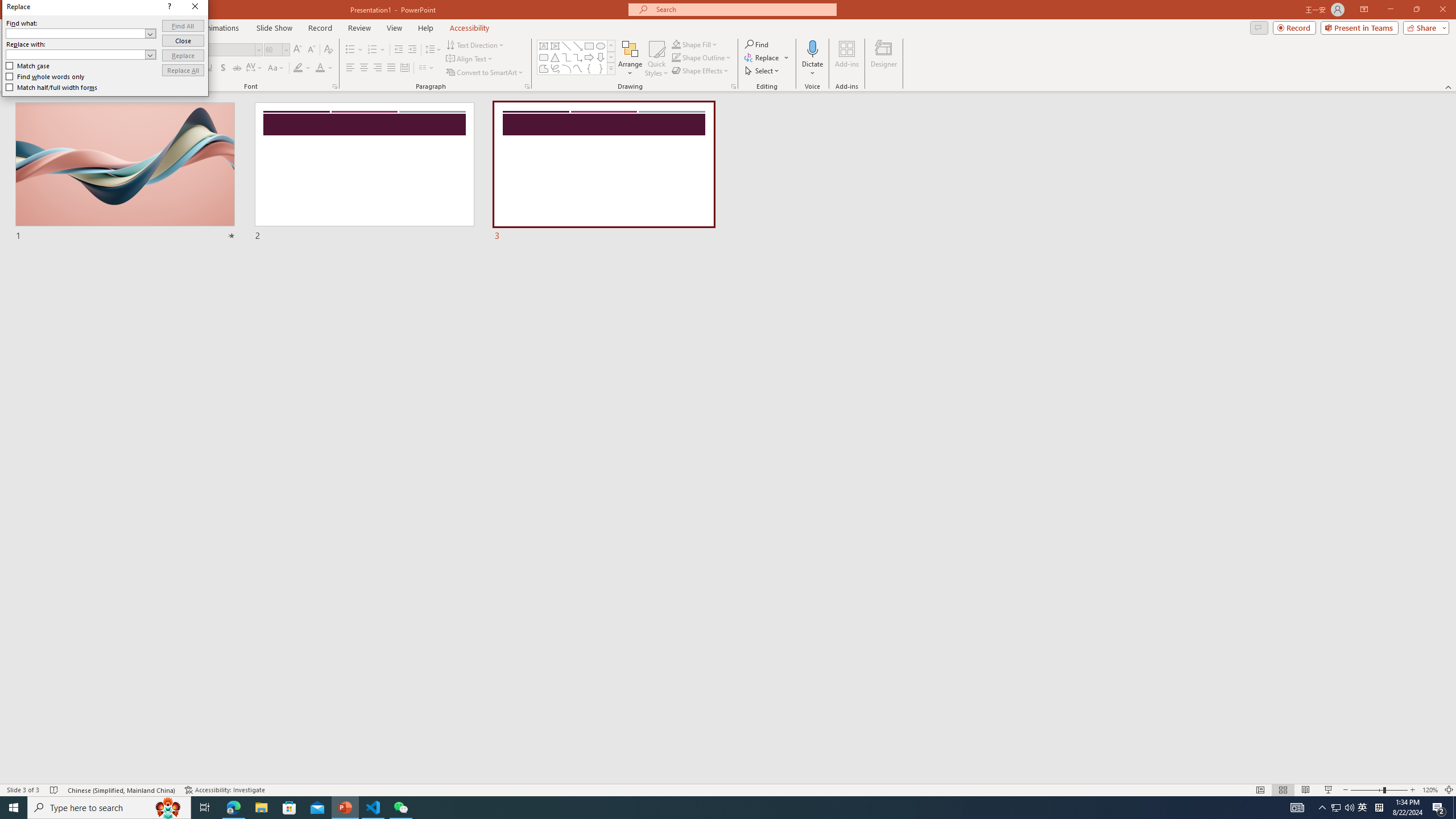 This screenshot has height=819, width=1456. I want to click on 'Freeform: Scribble', so click(554, 68).